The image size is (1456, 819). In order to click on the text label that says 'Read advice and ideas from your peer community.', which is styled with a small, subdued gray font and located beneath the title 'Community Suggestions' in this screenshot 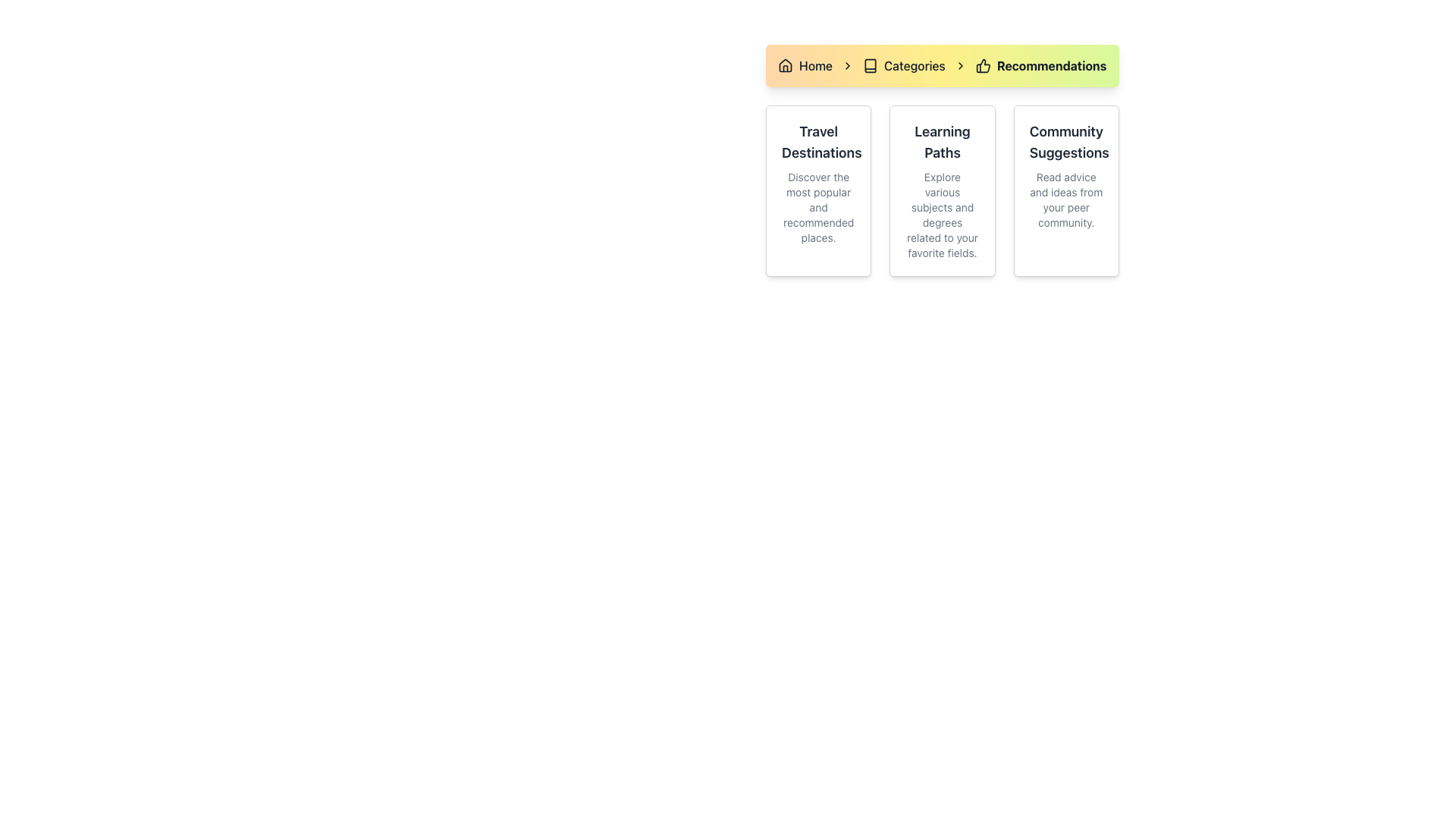, I will do `click(1065, 199)`.